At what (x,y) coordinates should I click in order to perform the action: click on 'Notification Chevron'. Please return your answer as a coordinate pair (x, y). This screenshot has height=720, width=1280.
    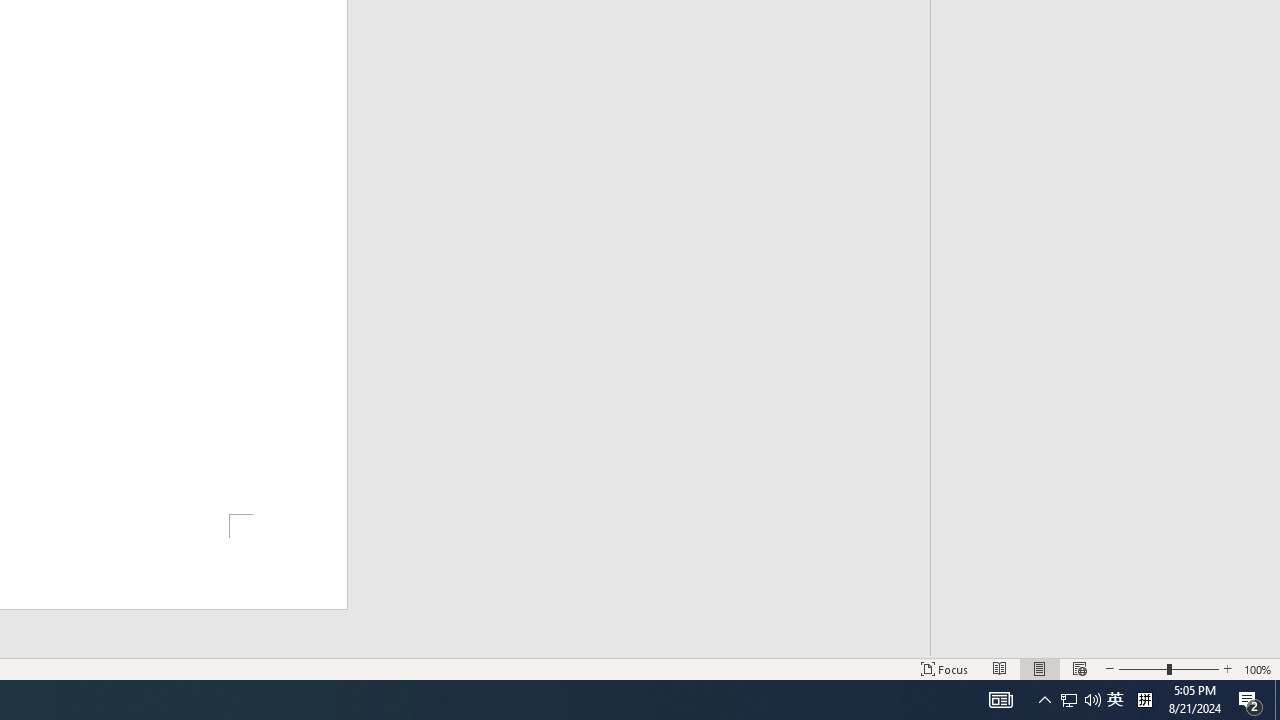
    Looking at the image, I should click on (1079, 698).